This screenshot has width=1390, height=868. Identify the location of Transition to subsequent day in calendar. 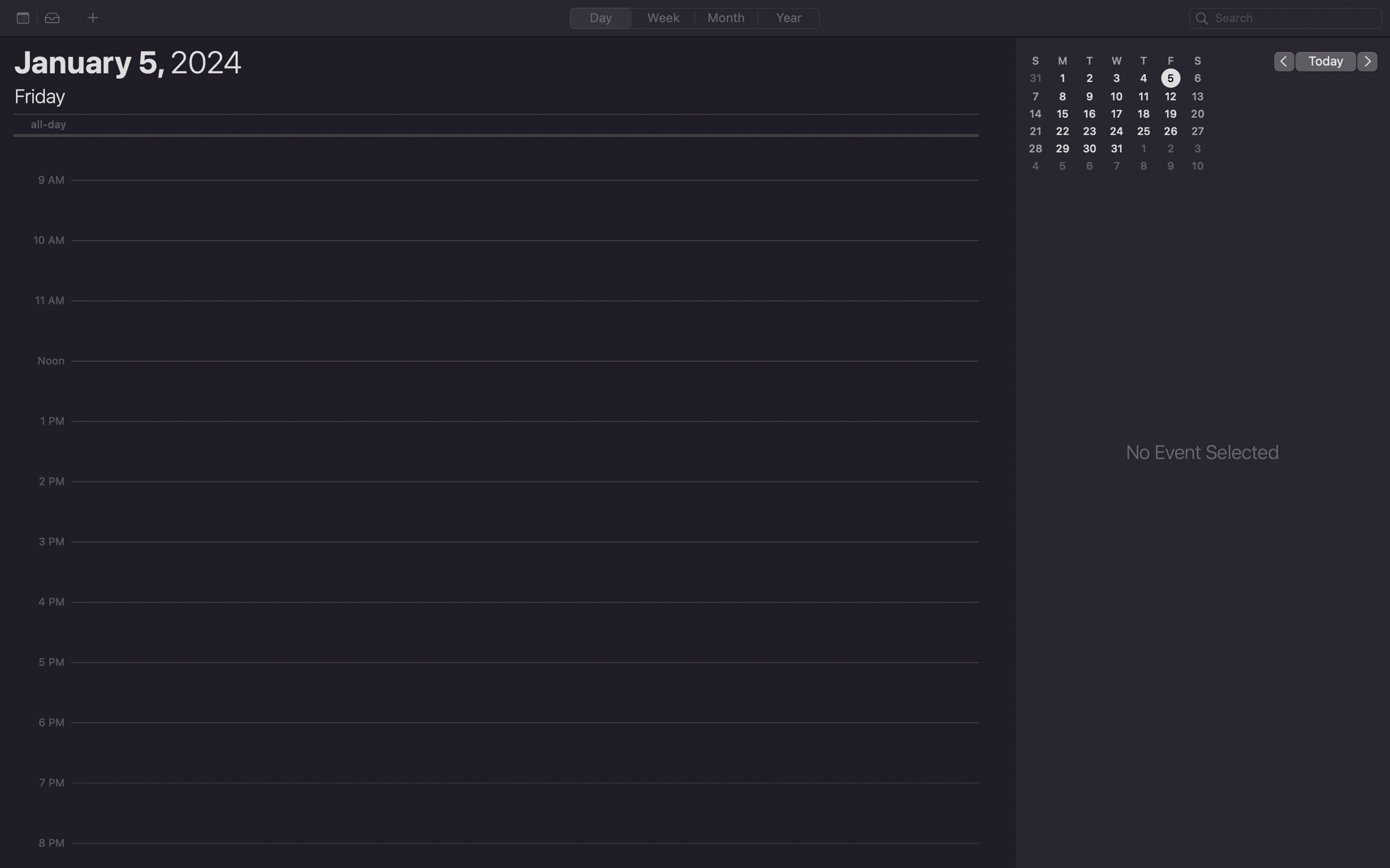
(1368, 60).